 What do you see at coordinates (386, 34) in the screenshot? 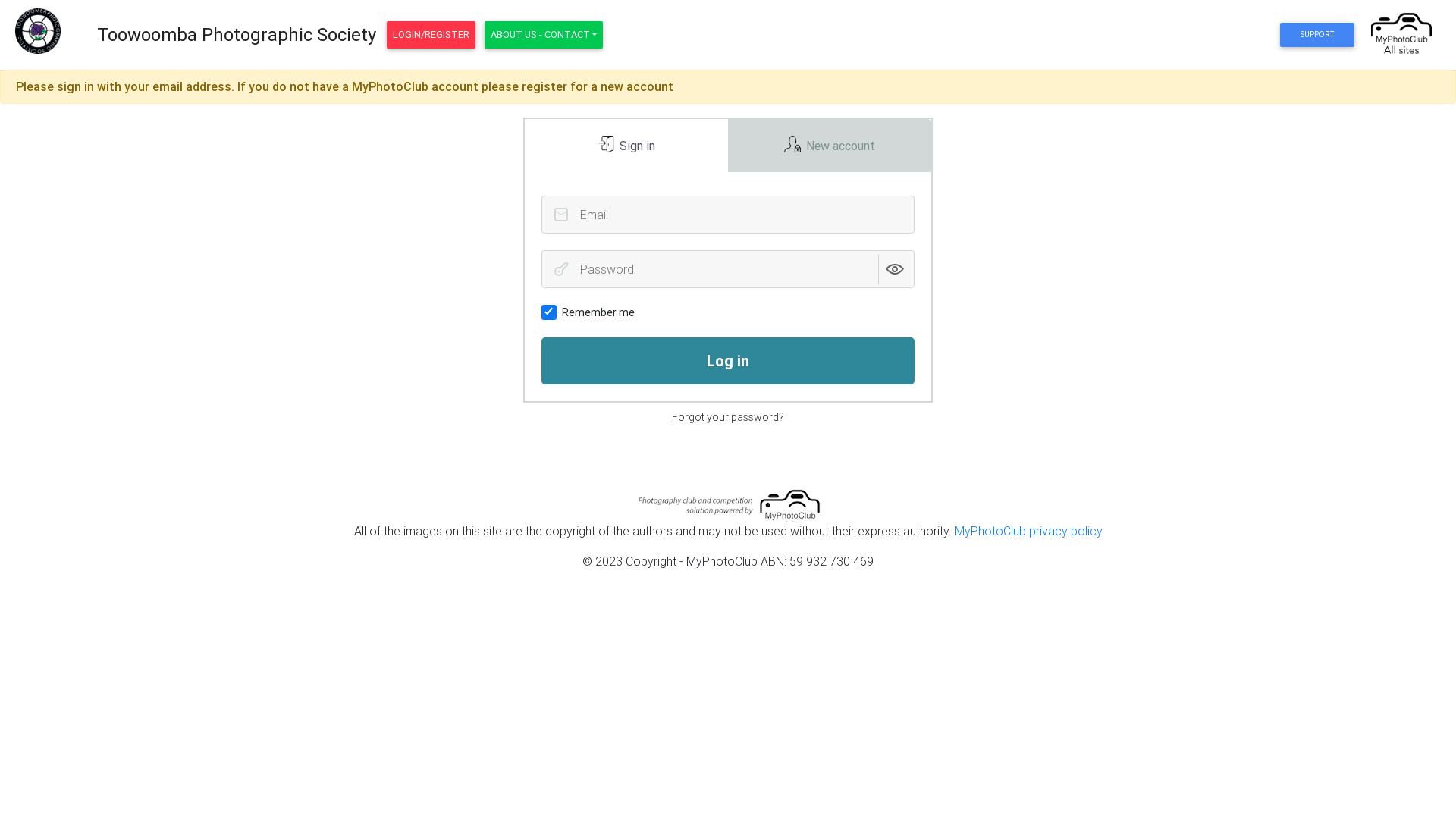
I see `'LOGIN/REGISTER'` at bounding box center [386, 34].